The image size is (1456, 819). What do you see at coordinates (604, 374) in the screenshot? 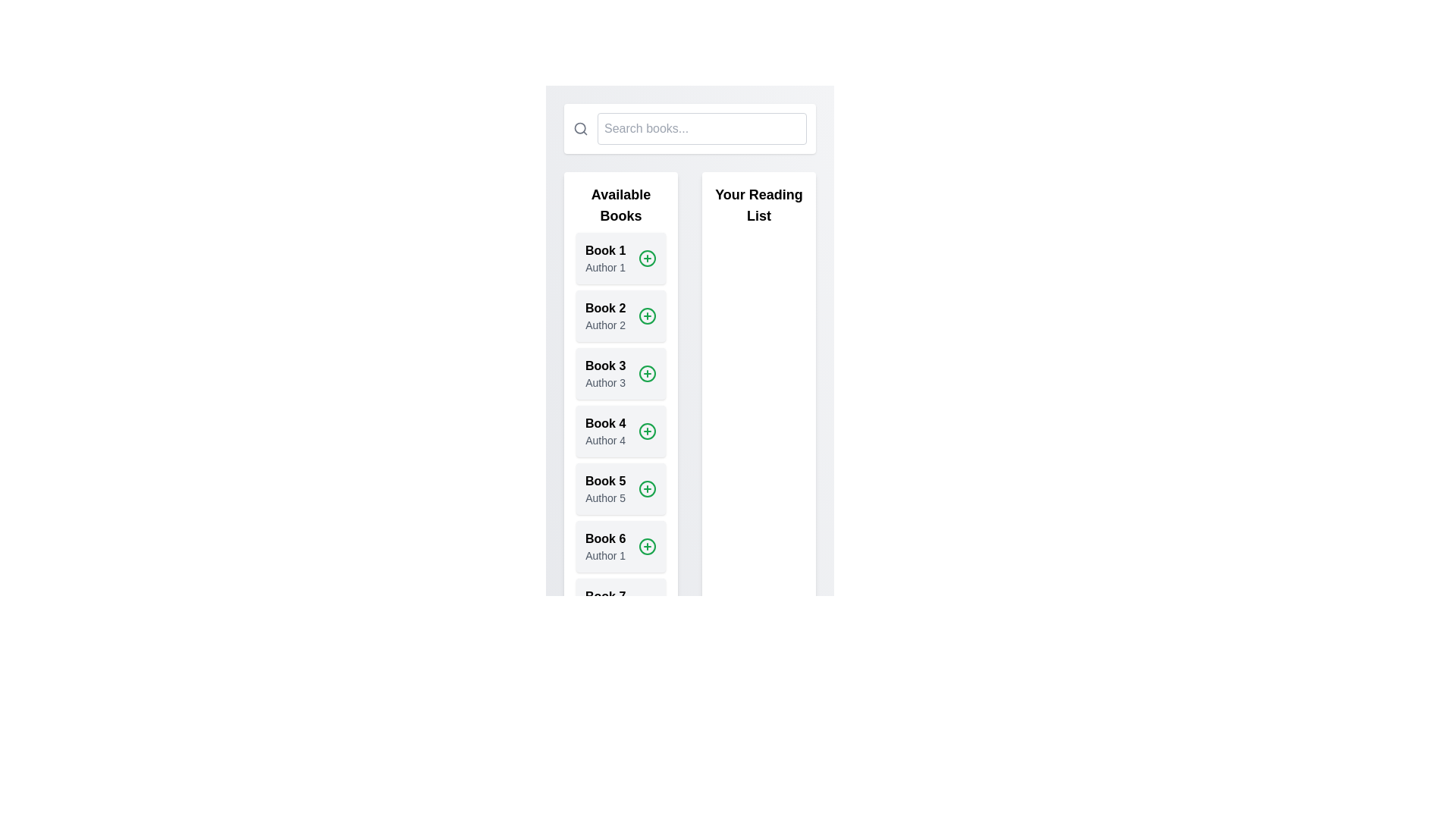
I see `the text display component that shows the title and author of the book entry in the 'Available Books' section, specifically the third entry in the list` at bounding box center [604, 374].